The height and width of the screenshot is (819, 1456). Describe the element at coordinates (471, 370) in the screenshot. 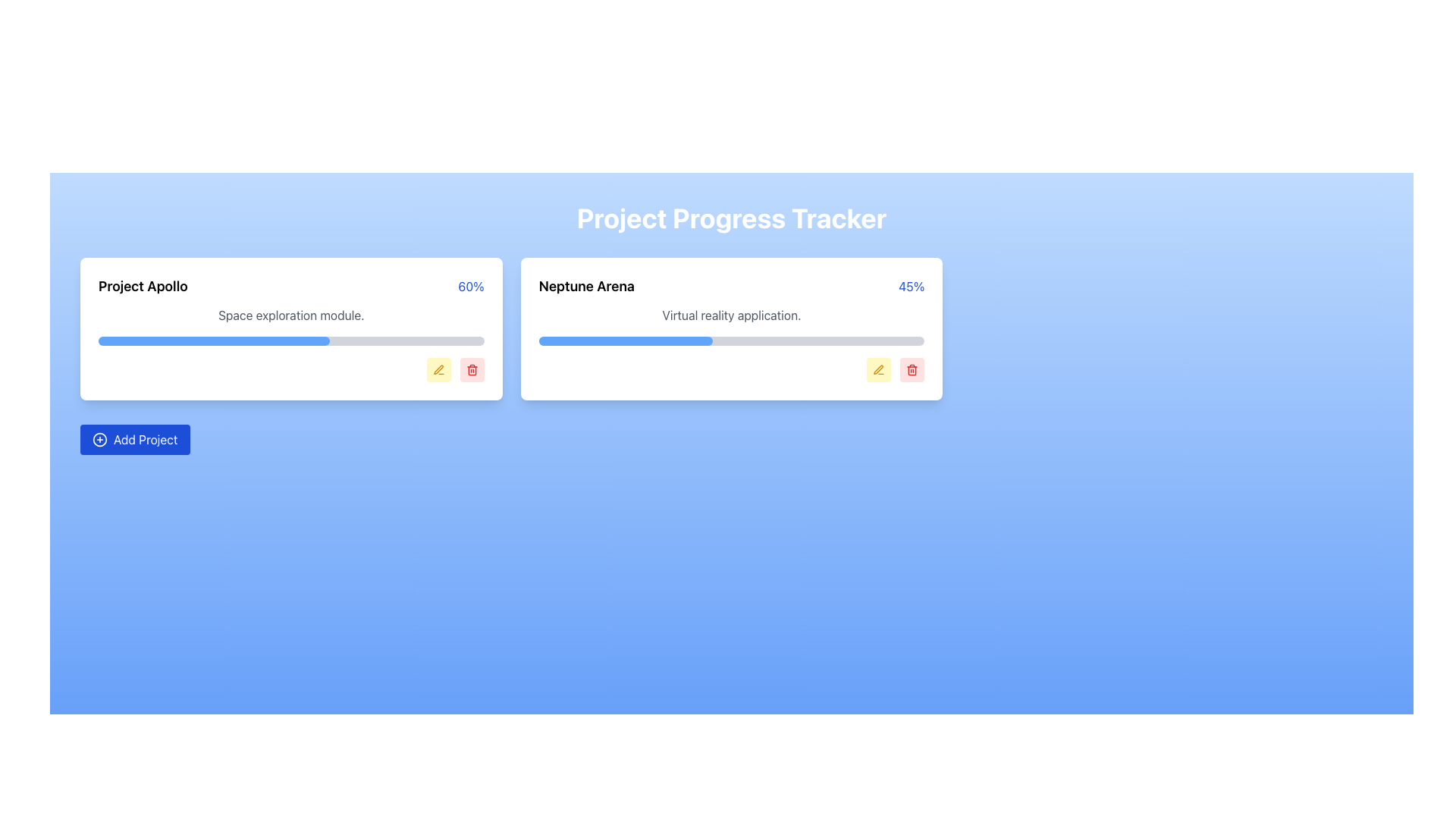

I see `the trash icon button located at the bottom-right corner of the 'Project Apollo' card to trigger visual feedback` at that location.